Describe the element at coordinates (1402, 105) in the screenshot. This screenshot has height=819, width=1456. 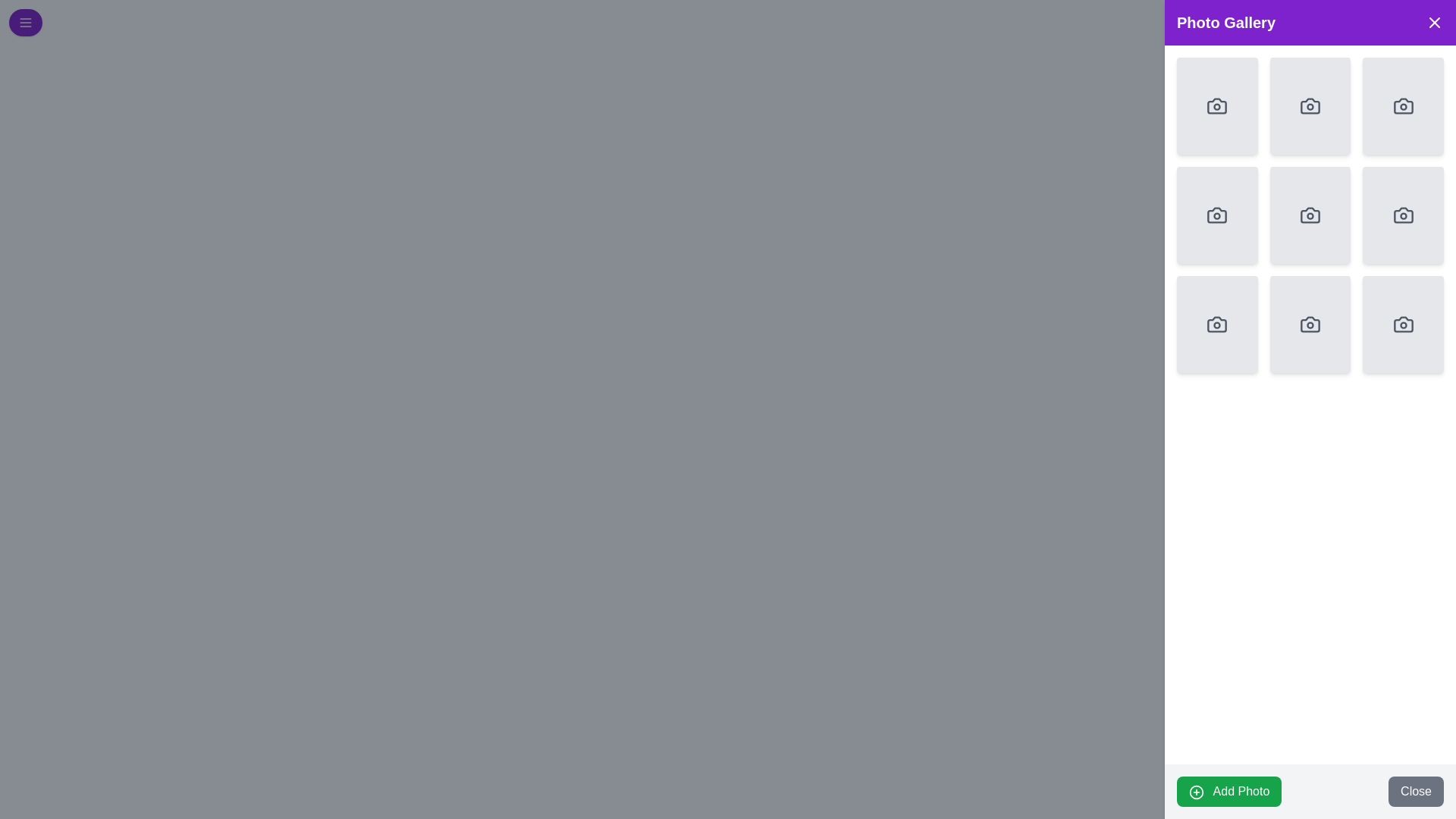
I see `the photo upload icon located in the top-right box of the photo gallery grid` at that location.